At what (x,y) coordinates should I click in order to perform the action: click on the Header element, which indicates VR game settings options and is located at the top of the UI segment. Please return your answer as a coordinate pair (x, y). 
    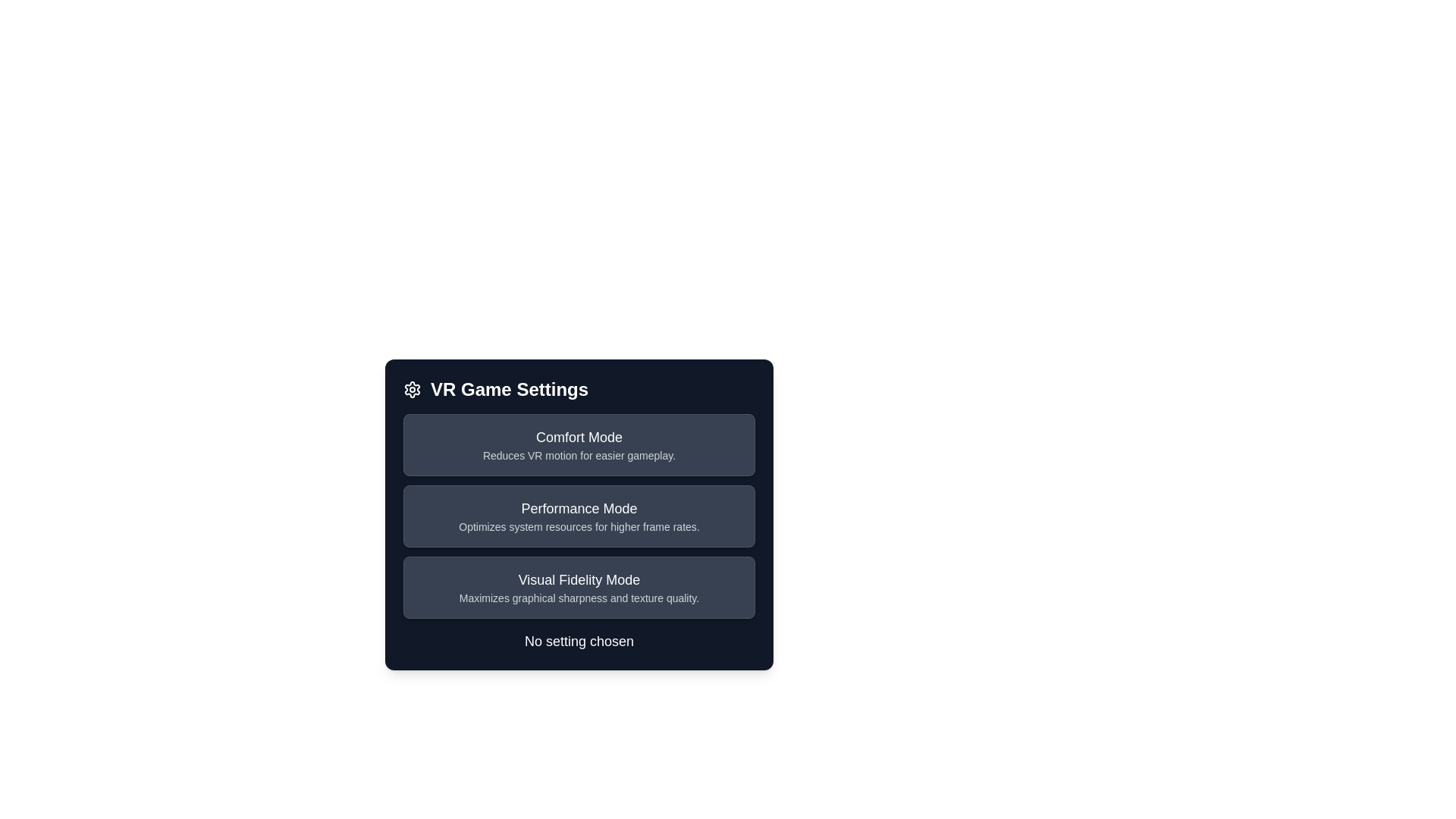
    Looking at the image, I should click on (578, 388).